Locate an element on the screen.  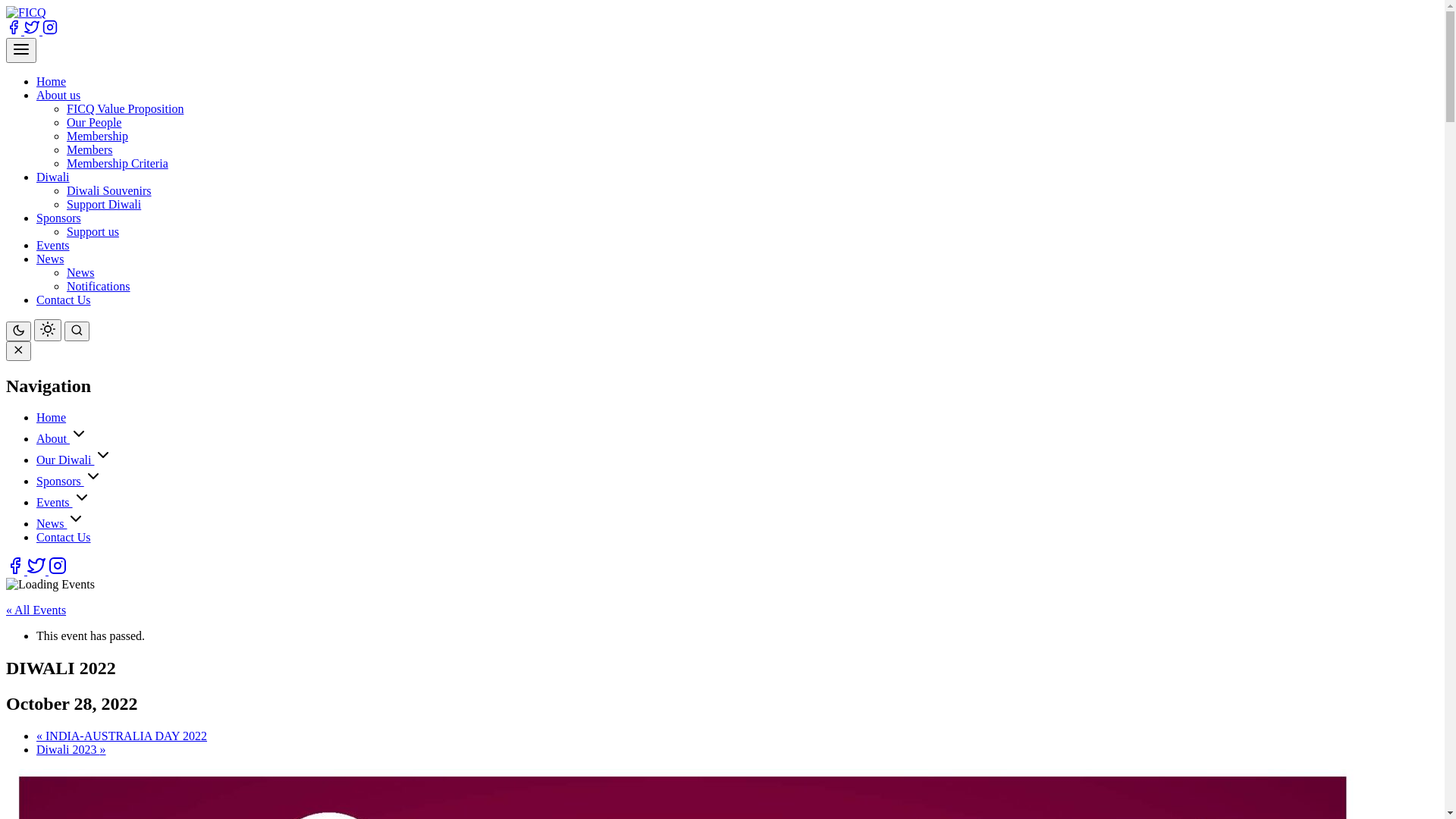
'Our Diwali' is located at coordinates (64, 459).